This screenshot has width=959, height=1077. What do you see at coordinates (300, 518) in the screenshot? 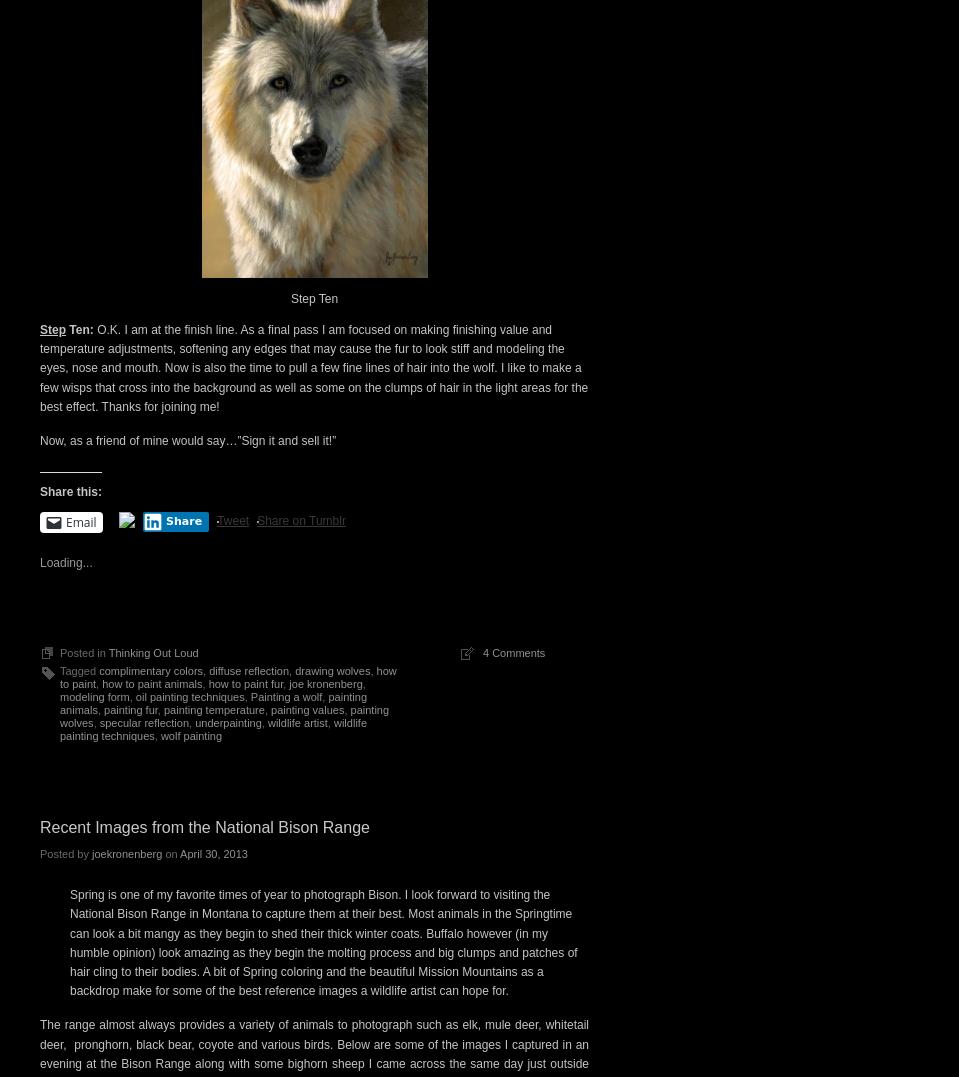
I see `'Share on Tumblr'` at bounding box center [300, 518].